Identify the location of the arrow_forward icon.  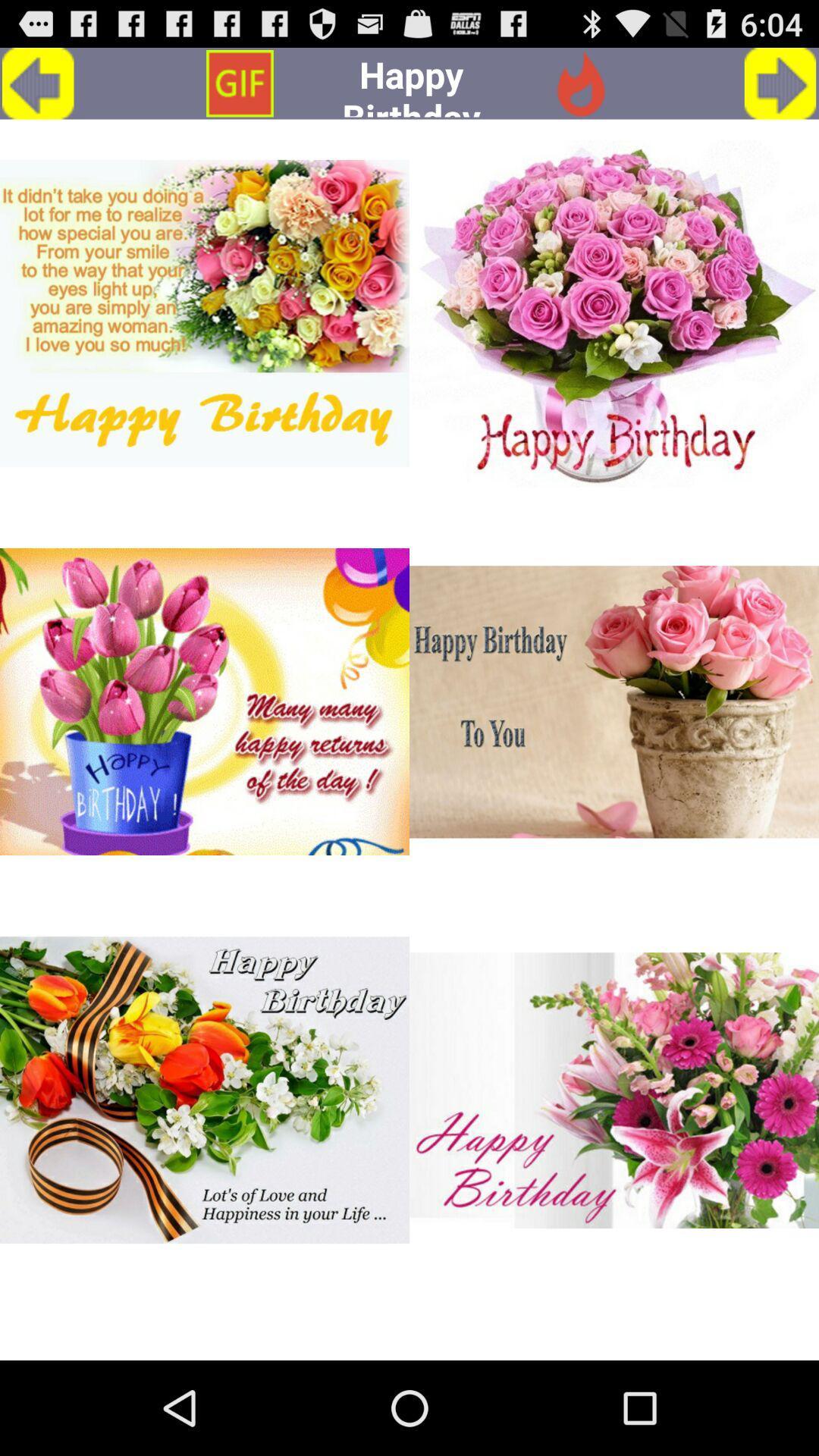
(780, 89).